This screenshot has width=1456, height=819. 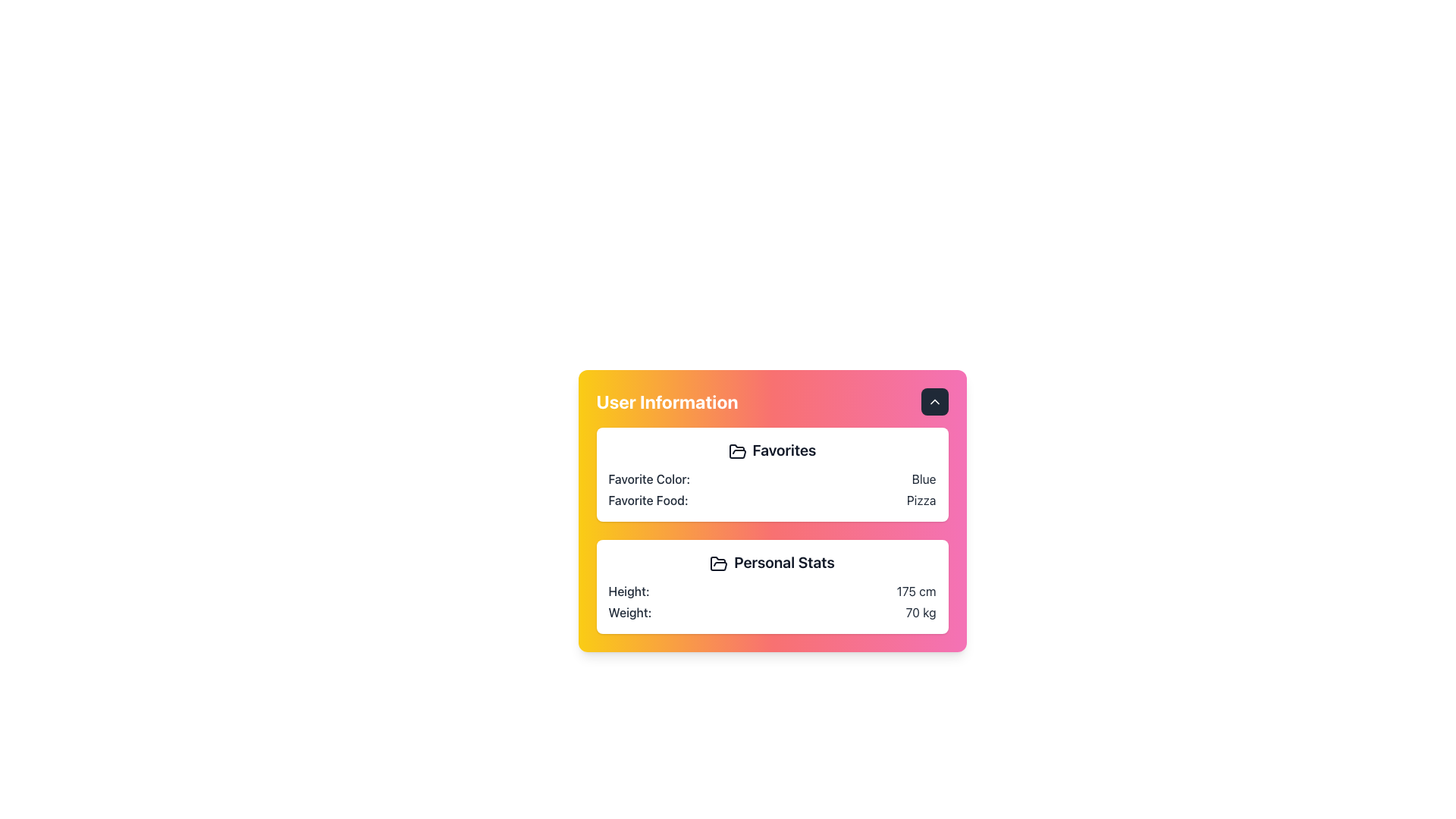 I want to click on the label indicating the favorite color in the 'Favorites' section of the user profile card, so click(x=649, y=479).